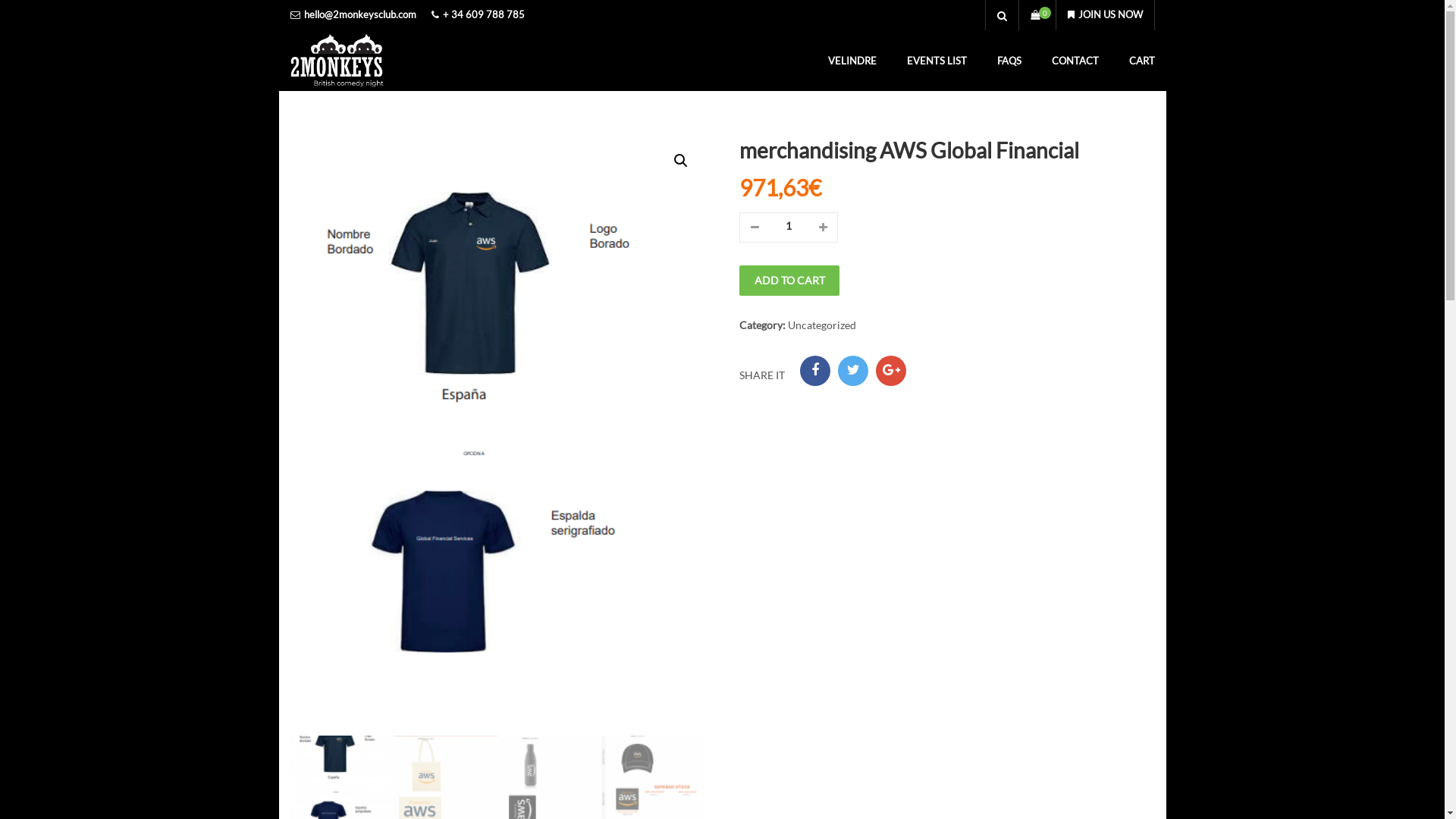 The height and width of the screenshot is (819, 1456). Describe the element at coordinates (821, 324) in the screenshot. I see `'Uncategorized'` at that location.